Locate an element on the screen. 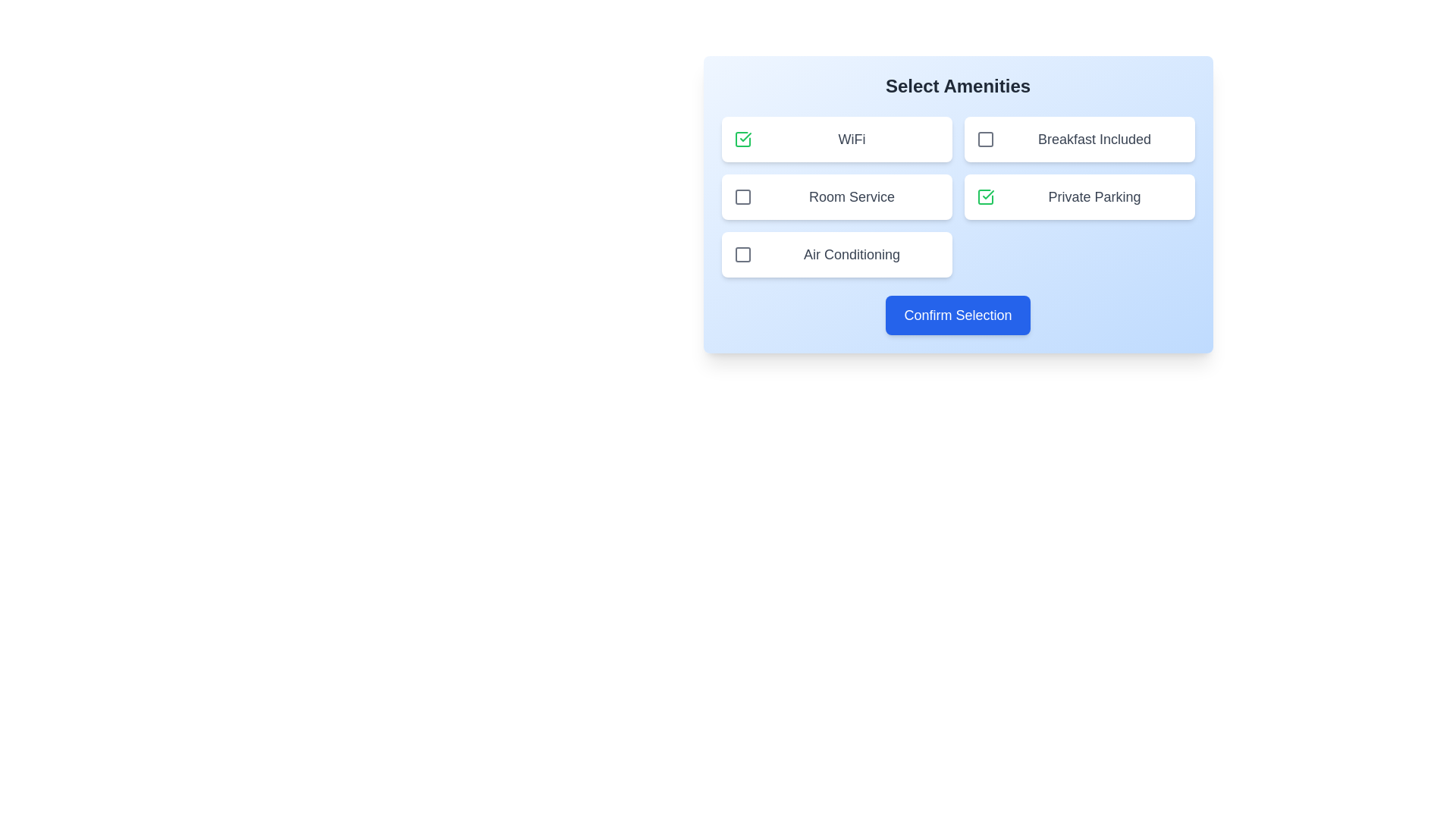 This screenshot has width=1456, height=819. the checkbox icon to the left of the 'Room Service' text is located at coordinates (742, 196).